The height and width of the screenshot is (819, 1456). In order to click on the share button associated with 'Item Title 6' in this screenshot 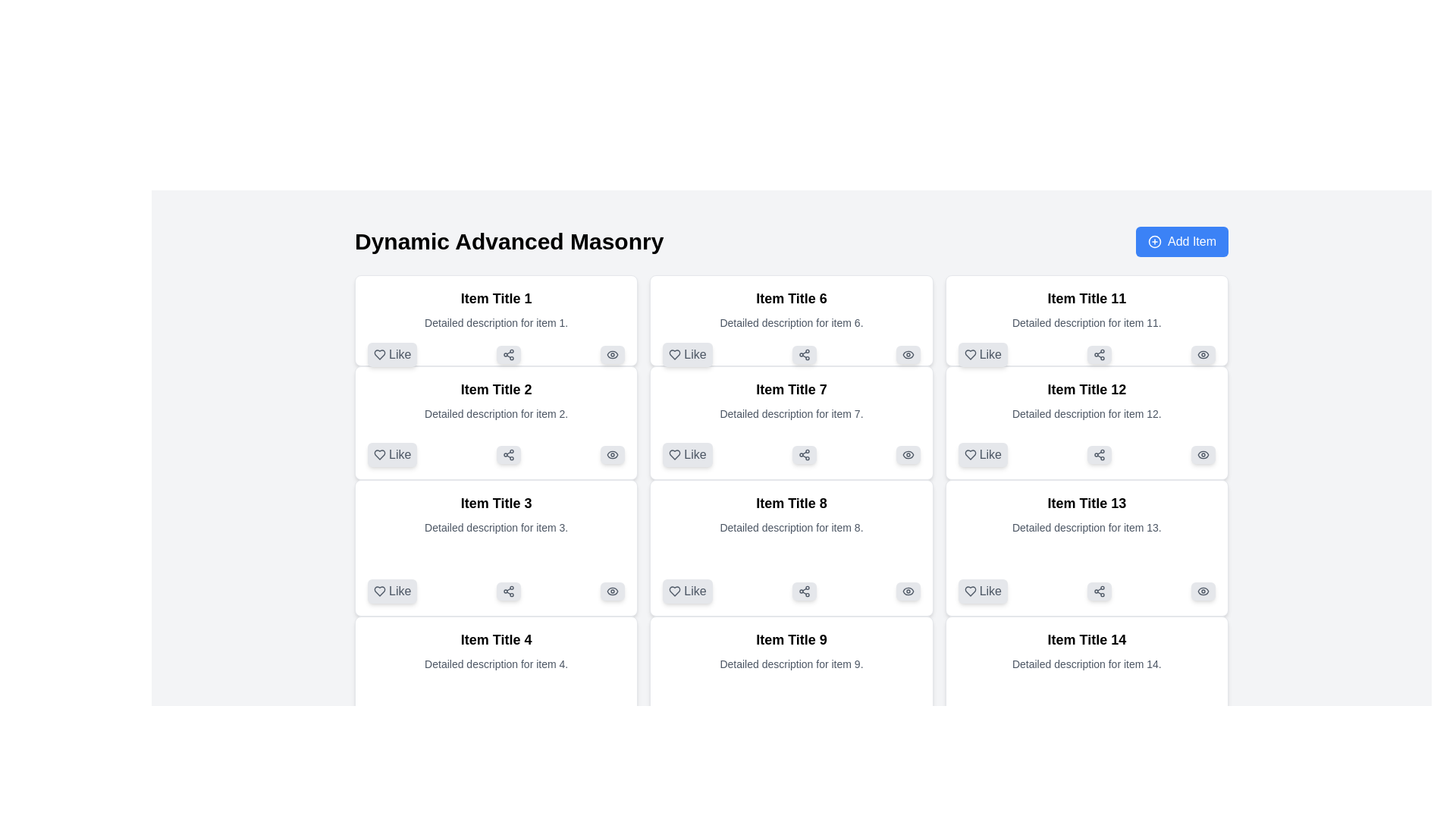, I will do `click(803, 354)`.